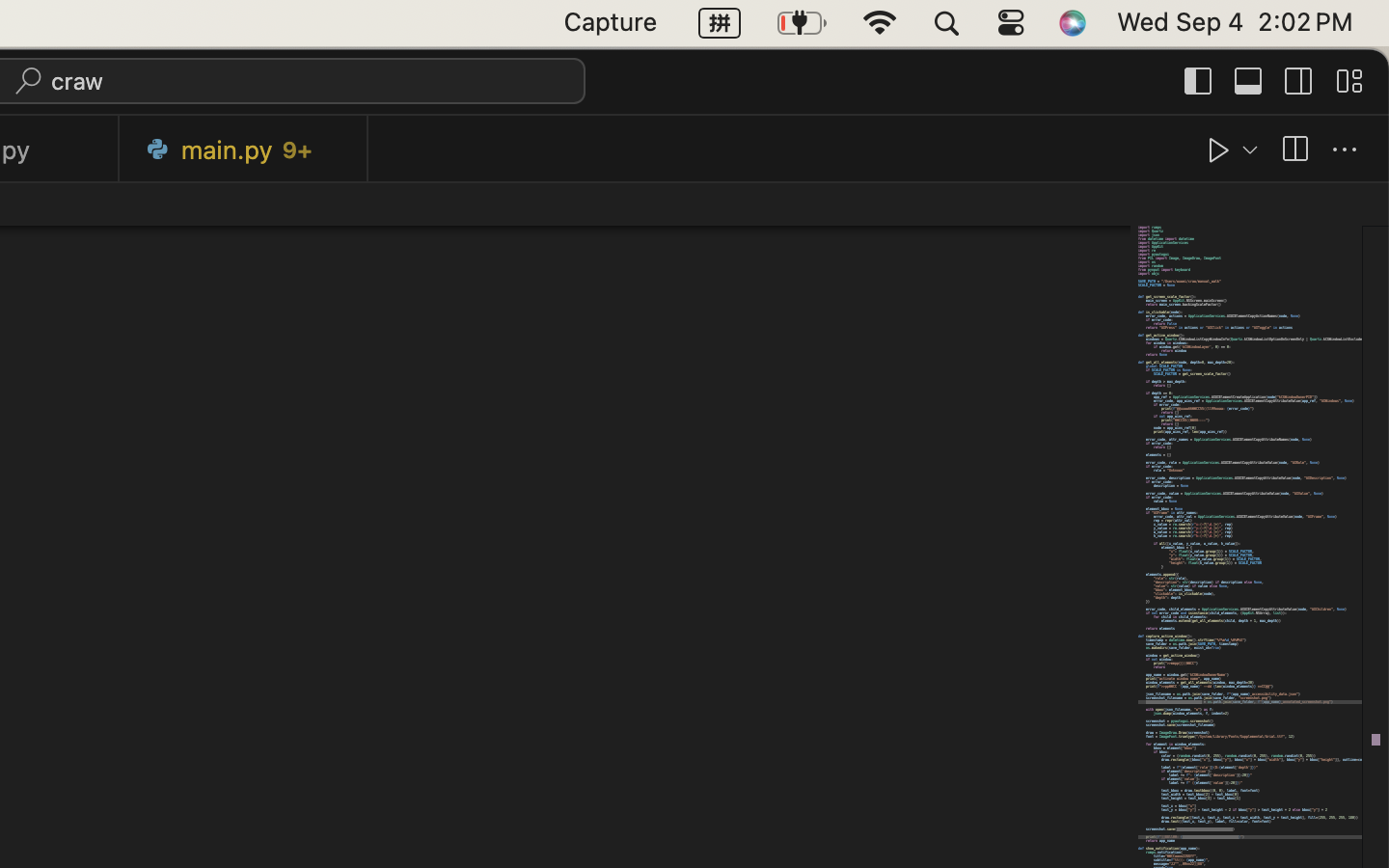 The height and width of the screenshot is (868, 1389). I want to click on '', so click(1345, 149).